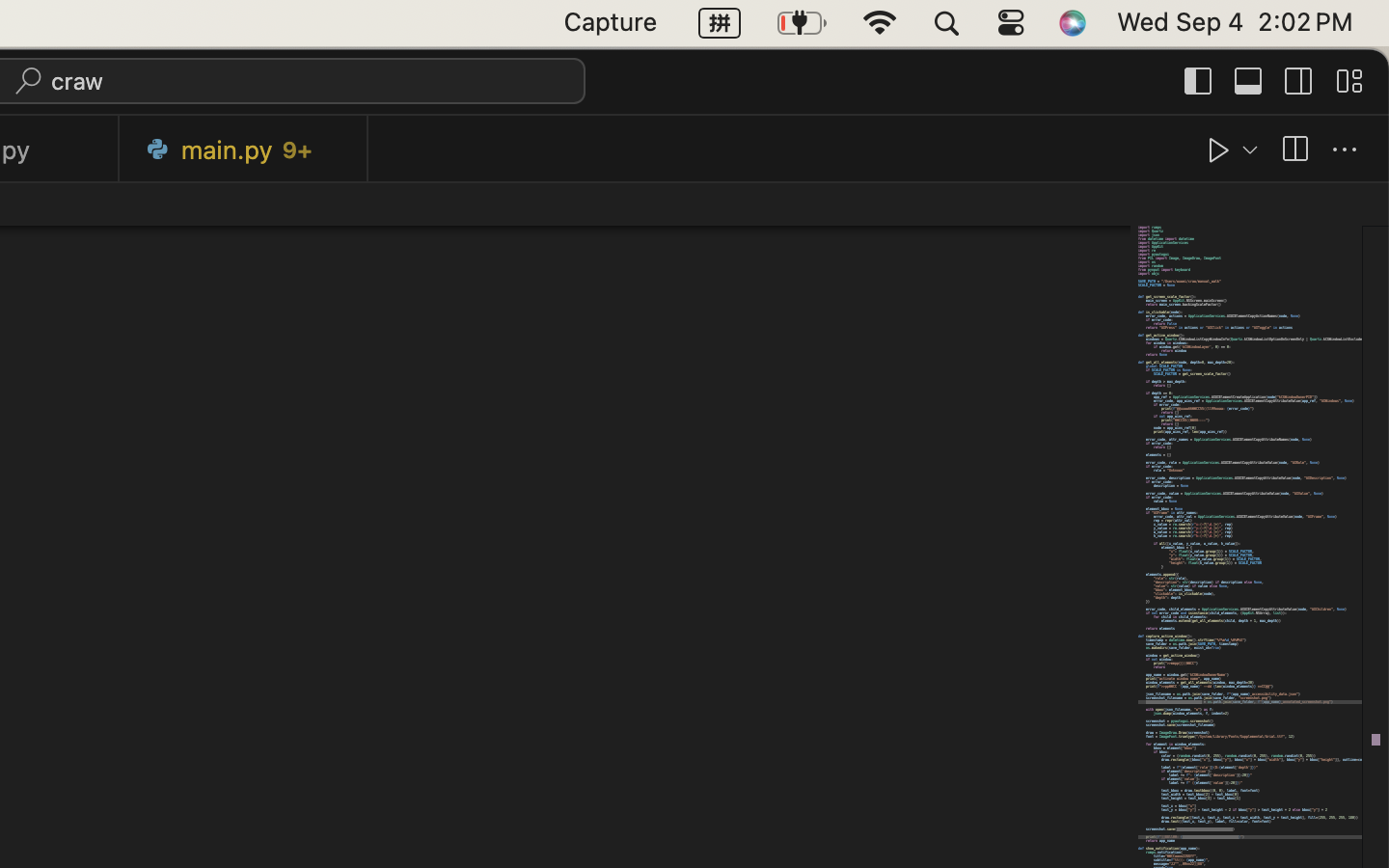 The height and width of the screenshot is (868, 1389). I want to click on '', so click(1345, 149).